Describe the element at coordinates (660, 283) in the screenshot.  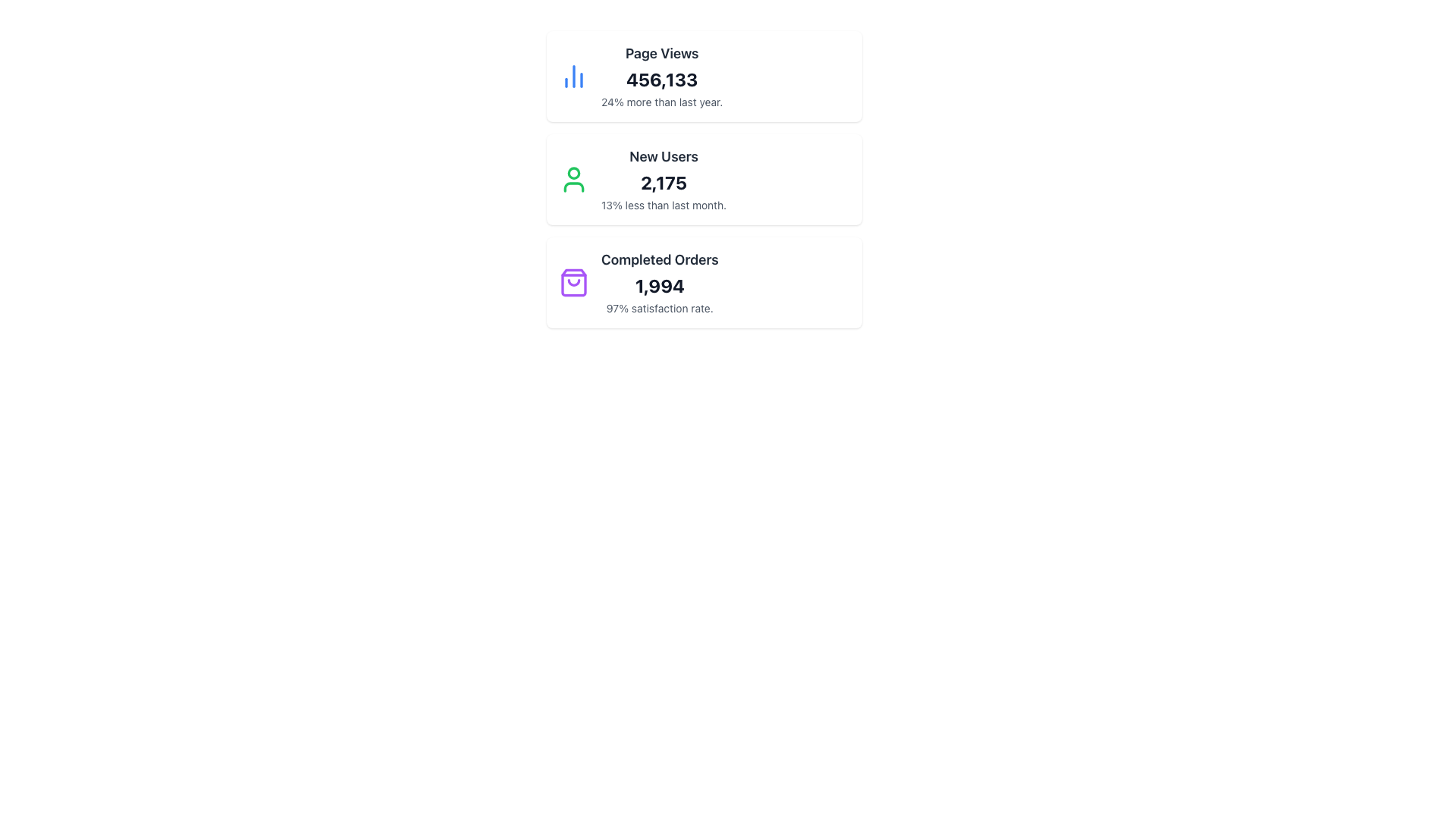
I see `information displayed in the 'Completed Orders' section, which shows '1,994' and '97% satisfaction rate.'` at that location.